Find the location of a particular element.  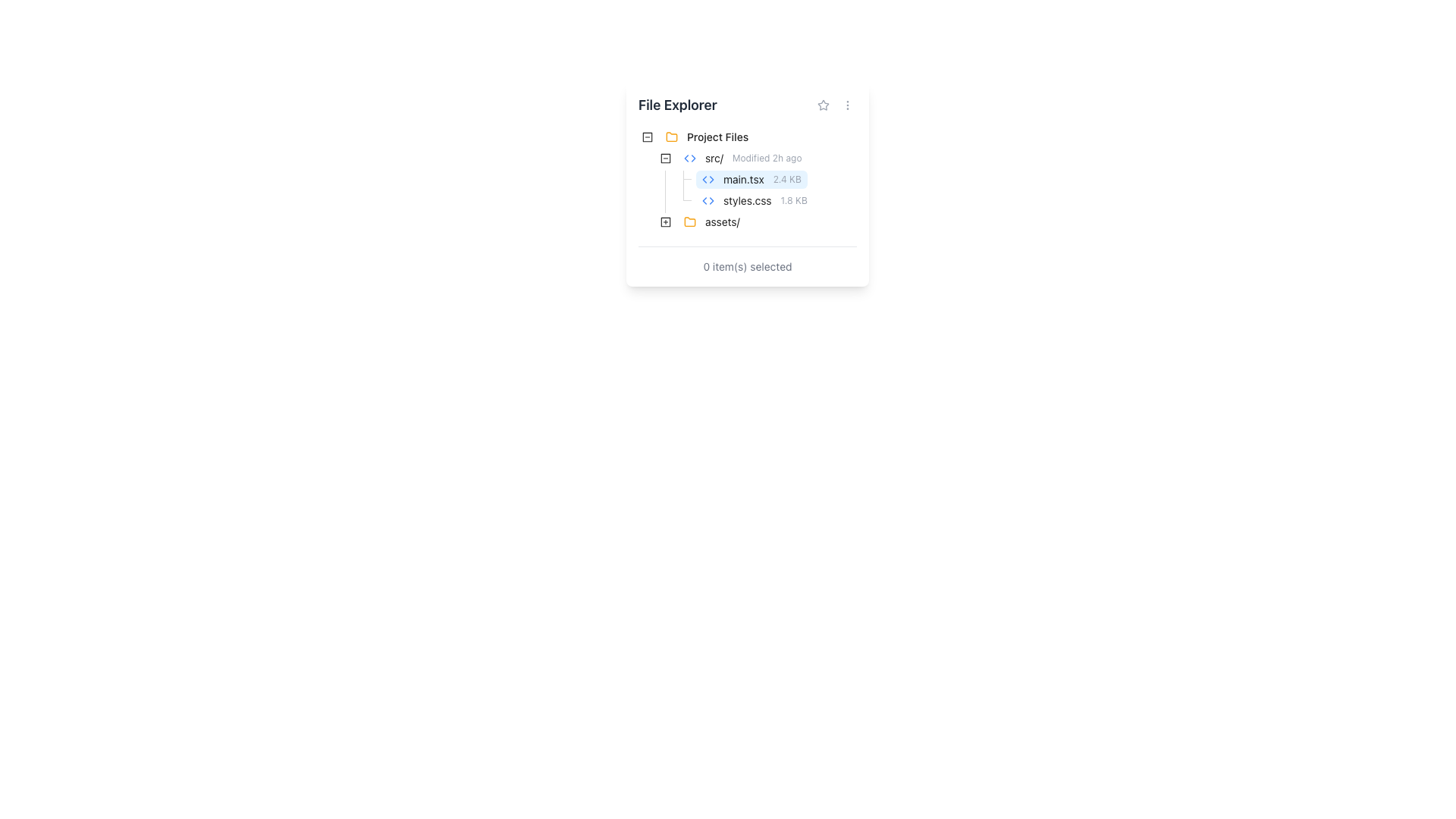

the label indicating the last modification time of the 'src' folder in the file explorer interface, which is located to the right of the folder name 'src/' is located at coordinates (767, 158).